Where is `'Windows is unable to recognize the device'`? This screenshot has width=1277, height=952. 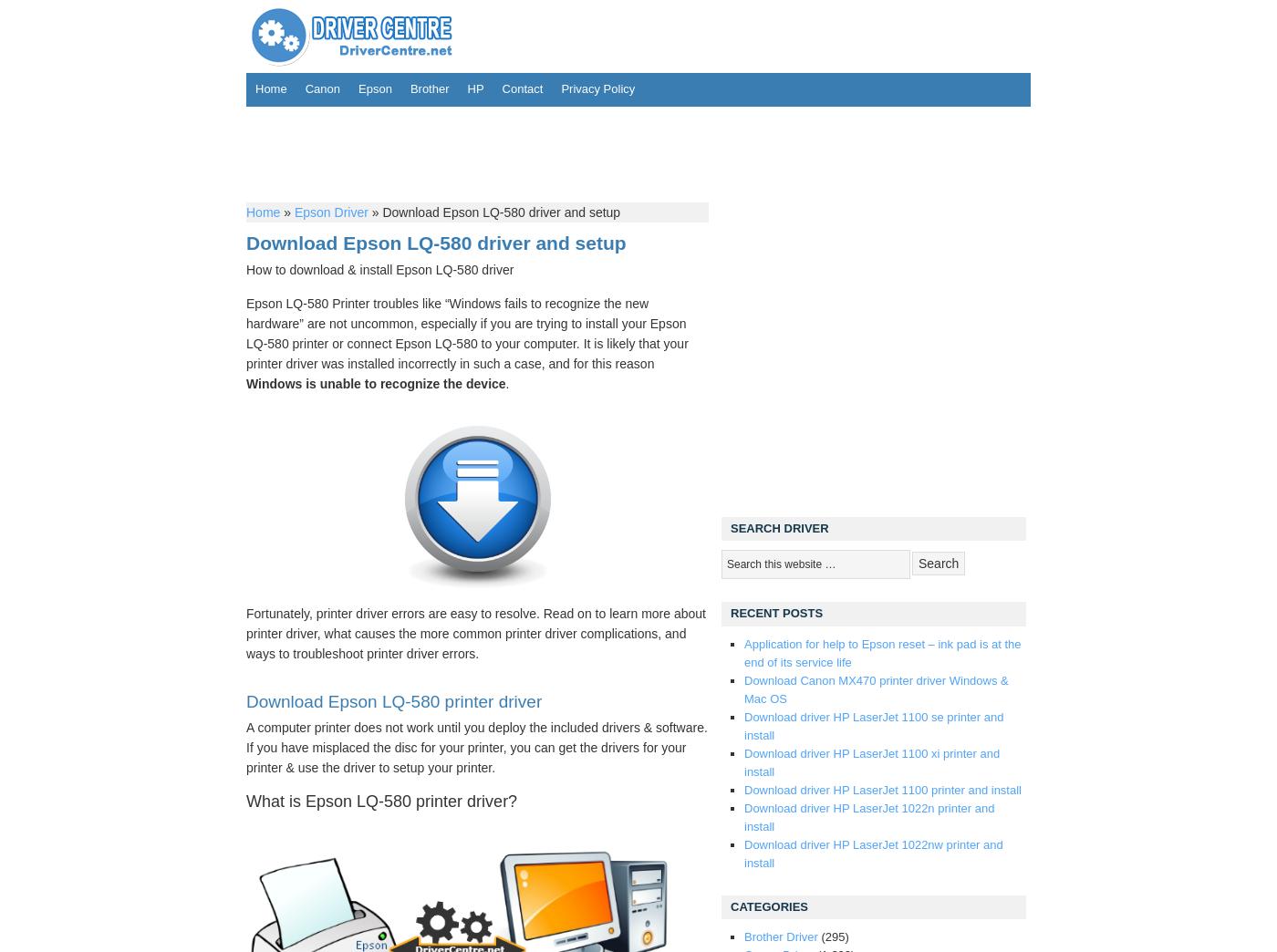
'Windows is unable to recognize the device' is located at coordinates (246, 383).